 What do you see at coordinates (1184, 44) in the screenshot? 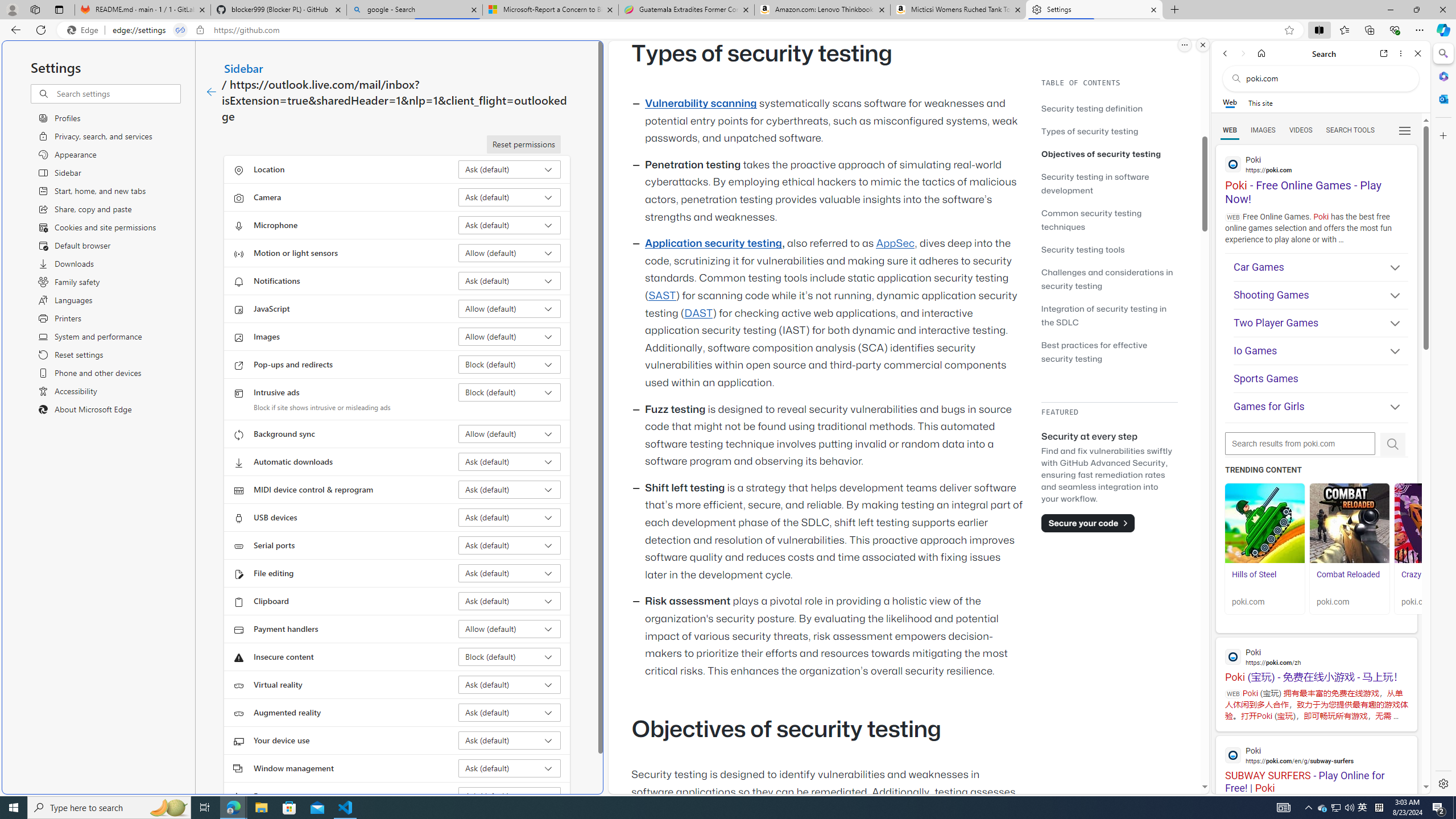
I see `'More options.'` at bounding box center [1184, 44].